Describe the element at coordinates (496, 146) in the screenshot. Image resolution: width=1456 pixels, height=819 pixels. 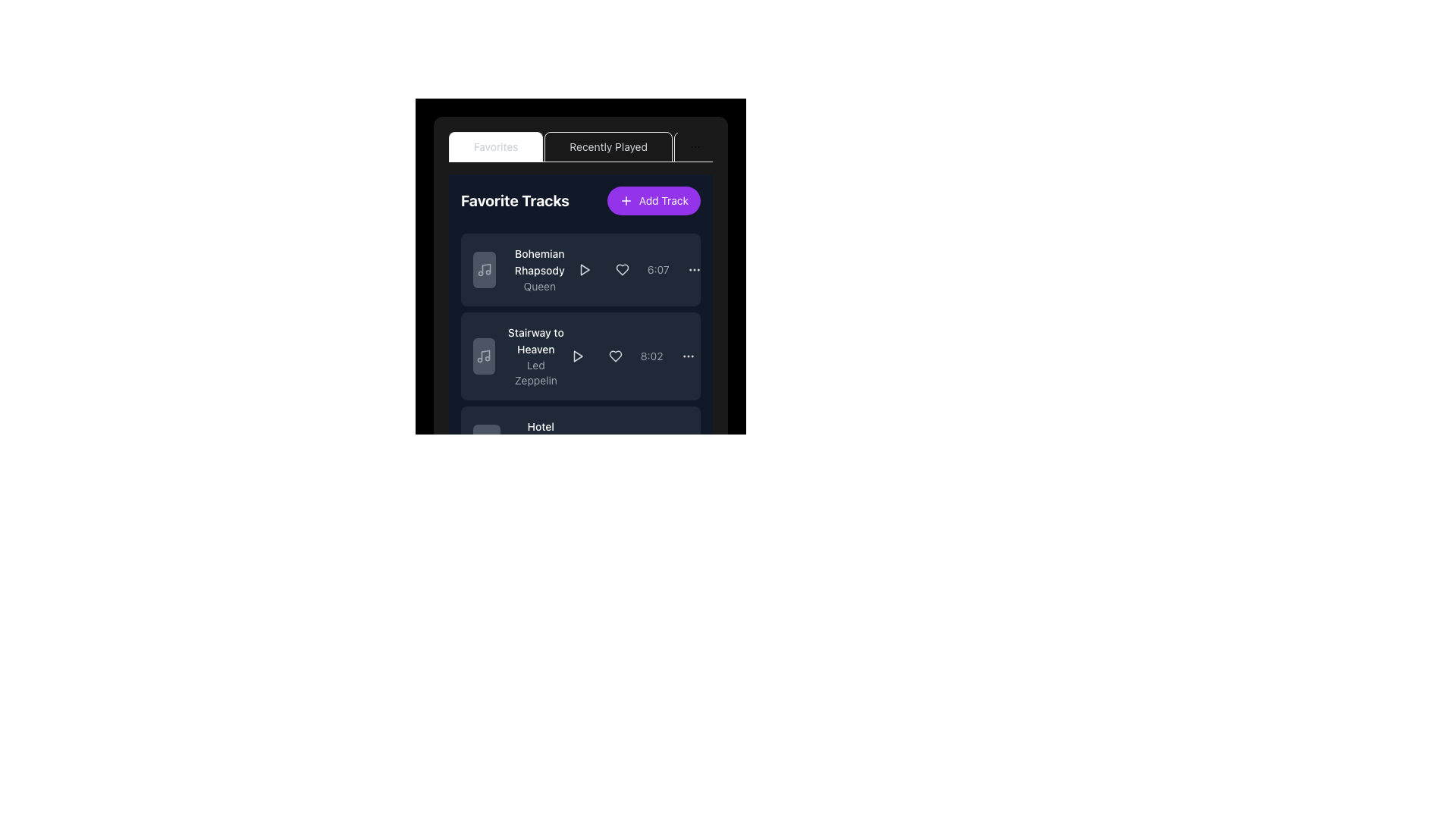
I see `the 'Favorites' navigation tab, which is the first tab in the row located at the top of the content area` at that location.